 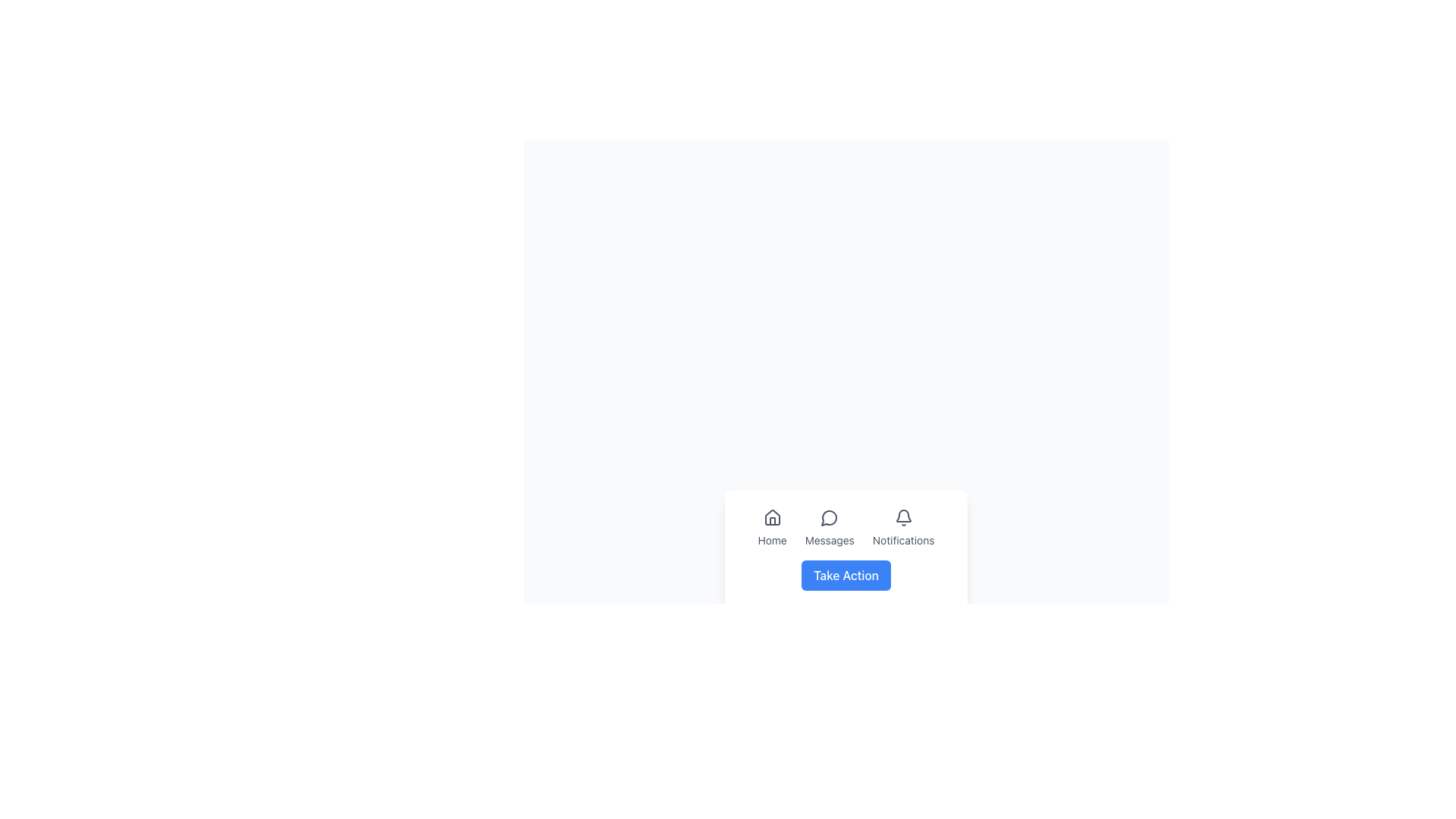 What do you see at coordinates (772, 540) in the screenshot?
I see `'Home' label located centrally below the house icon in the horizontal menu group at the bottom of the interface` at bounding box center [772, 540].